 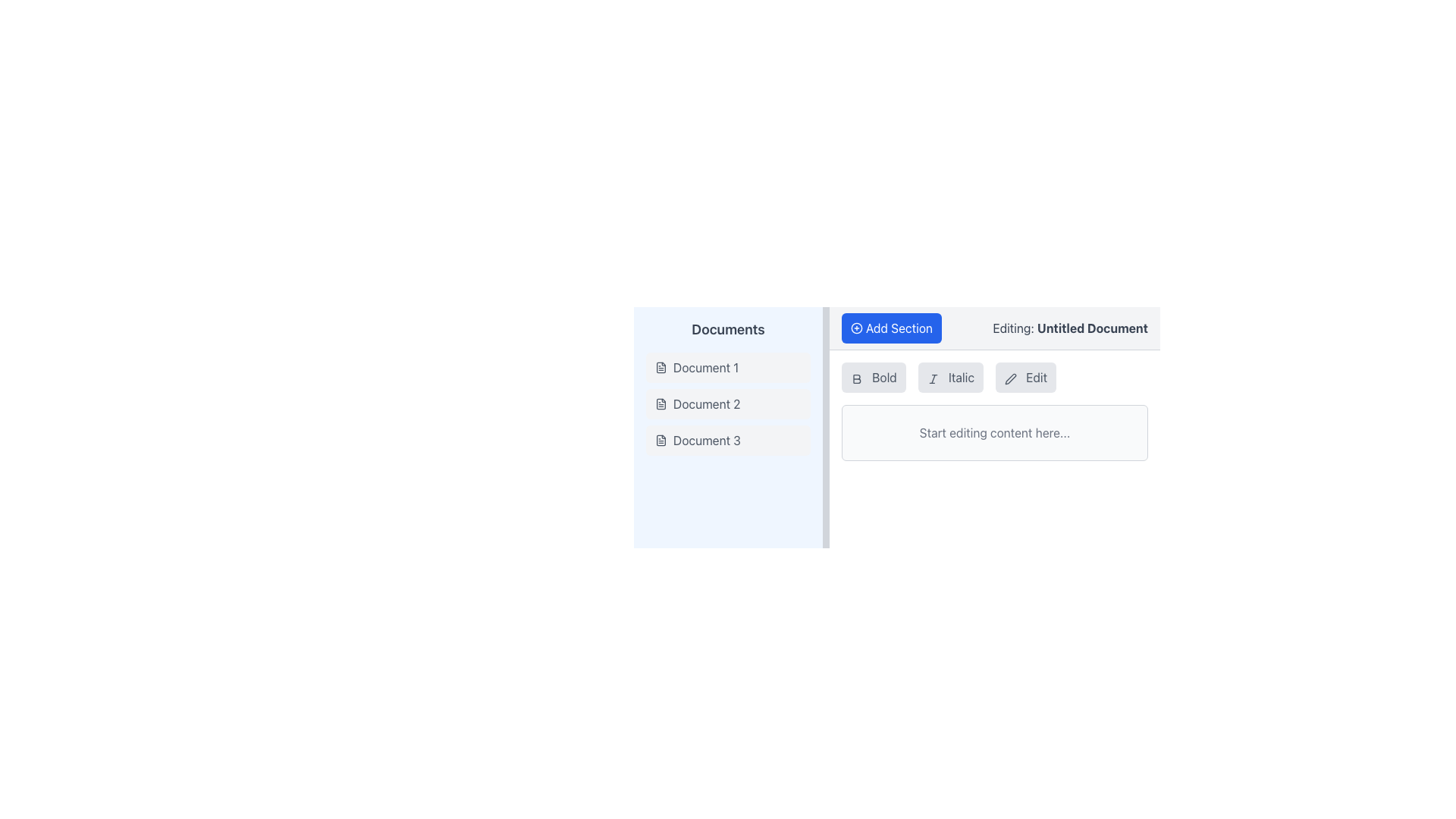 I want to click on the pen icon located to the left of the 'Edit' text in the toolbar, which is part of the button labeled 'Edit', so click(x=1011, y=378).